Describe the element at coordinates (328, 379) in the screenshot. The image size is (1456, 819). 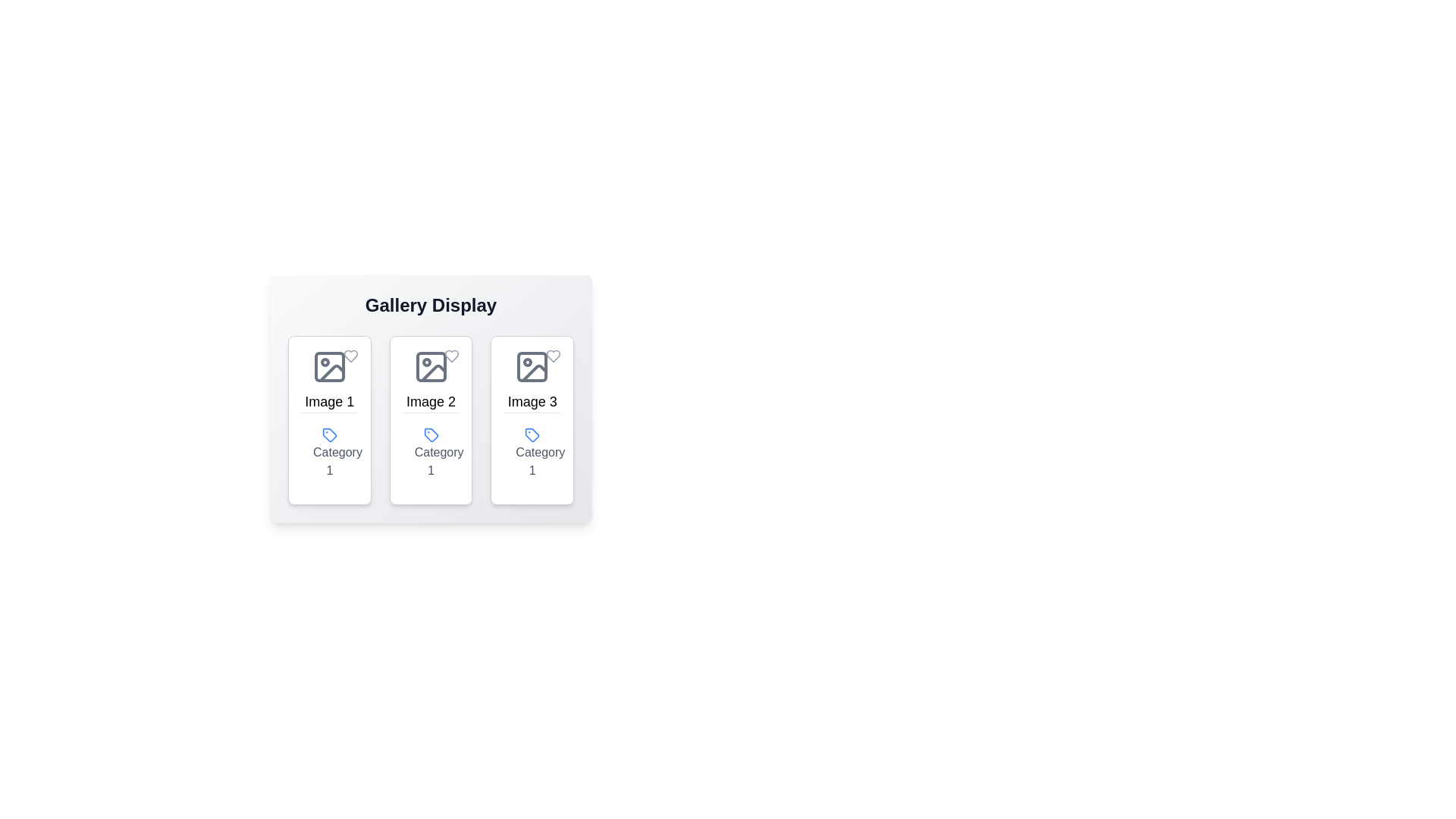
I see `the card labeled 'Image 1' that features a framed picture icon, positioned at the top-left of the image card grid` at that location.